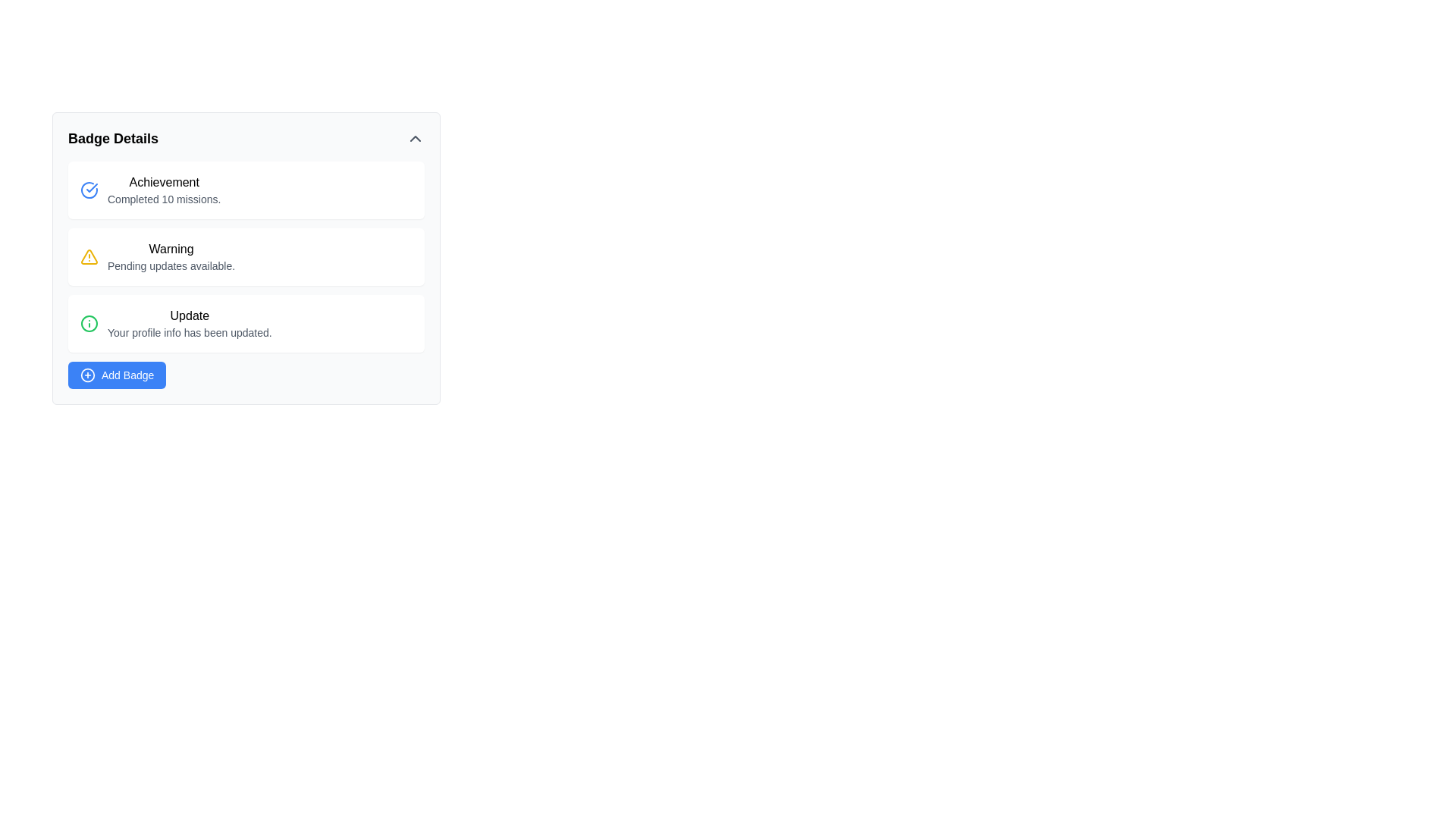  Describe the element at coordinates (91, 187) in the screenshot. I see `the graphical checkmark icon that represents a completed task or achievement, located next to the 'Achievement' badge text in the upper-left section of the 'Badge Details' card` at that location.